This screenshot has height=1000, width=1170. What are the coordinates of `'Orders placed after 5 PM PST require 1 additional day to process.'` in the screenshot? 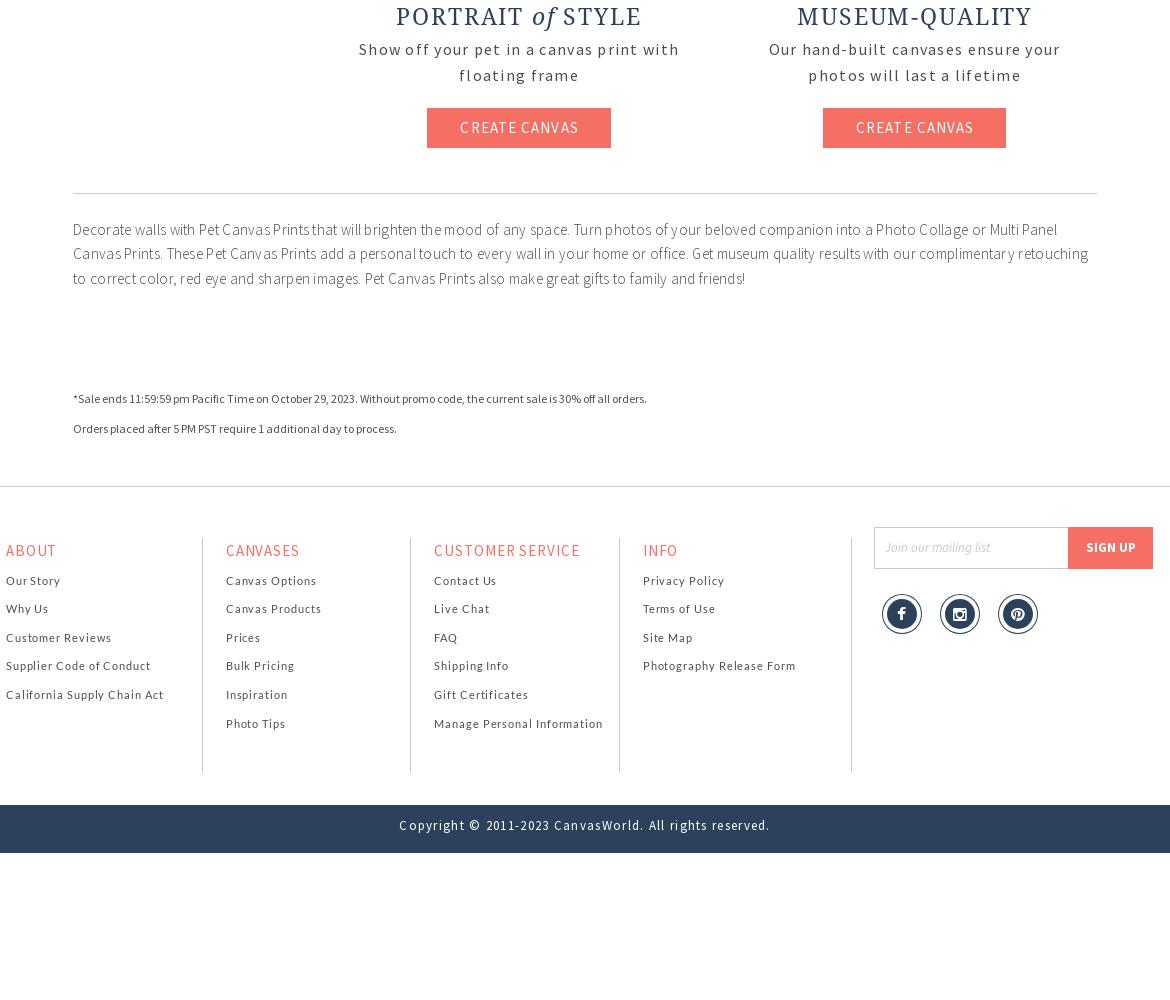 It's located at (73, 427).